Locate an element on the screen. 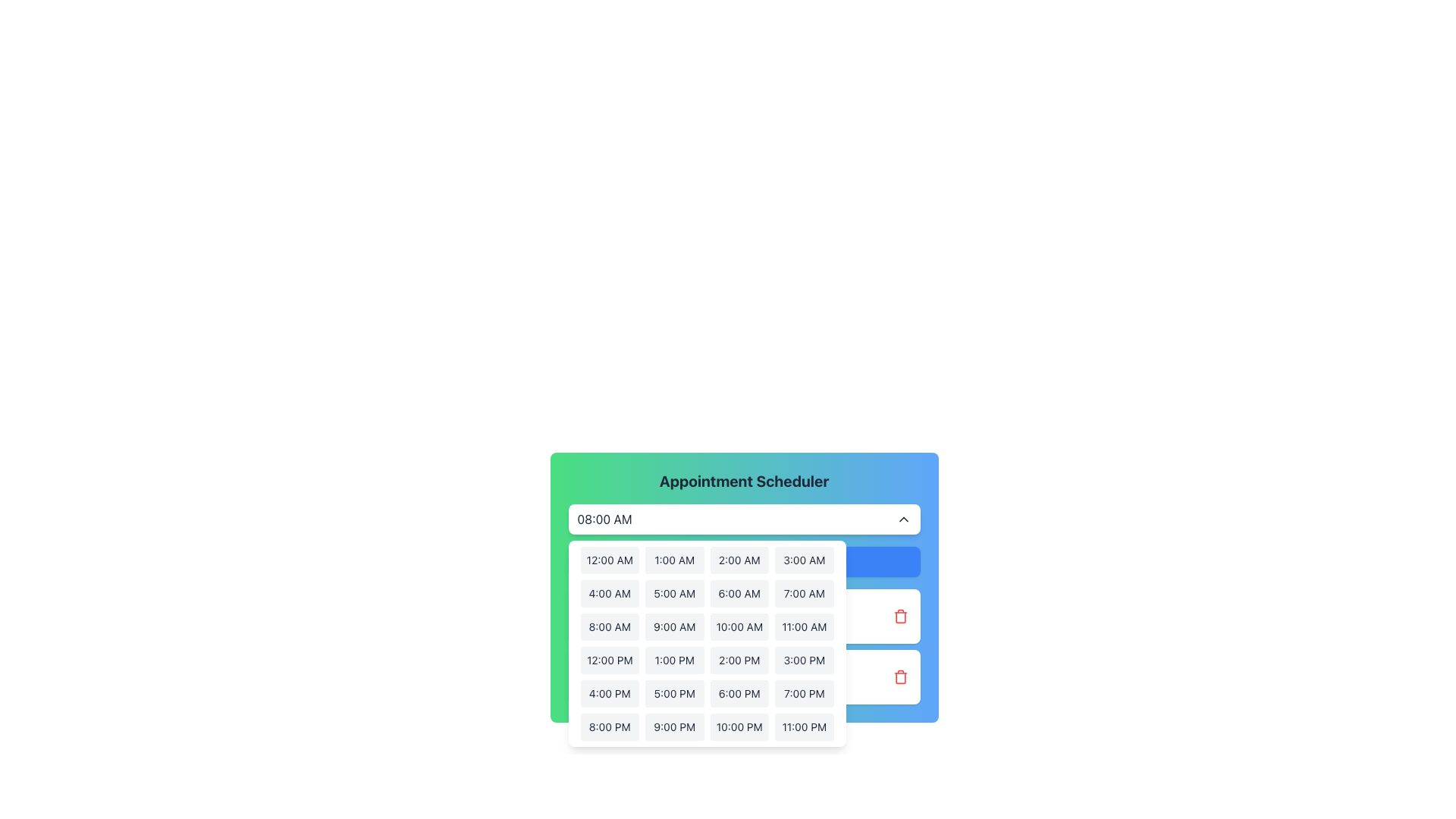 This screenshot has height=819, width=1456. the button is located at coordinates (673, 560).